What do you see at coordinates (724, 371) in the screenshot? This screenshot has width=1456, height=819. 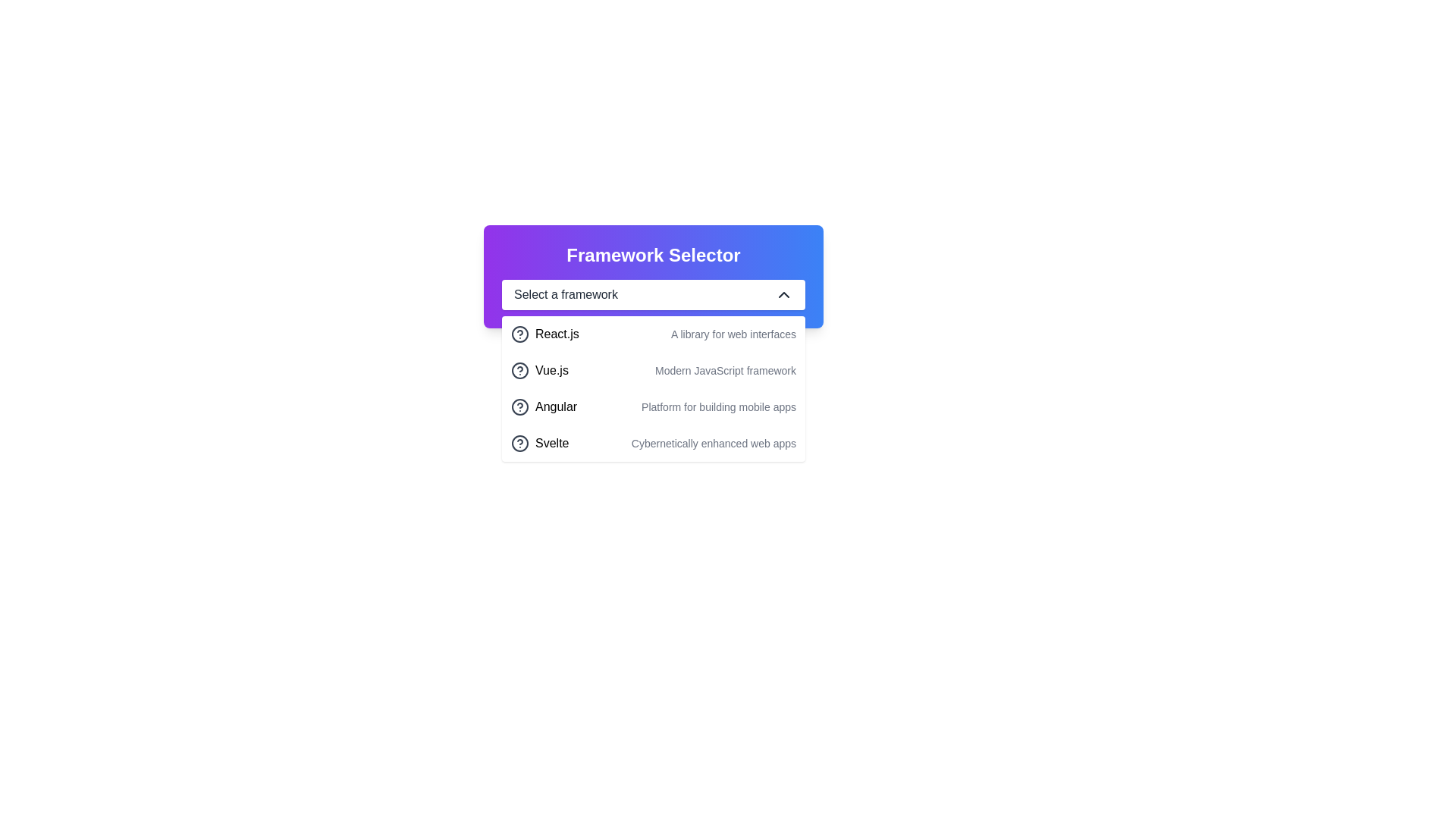 I see `the static text label displaying 'Modern JavaScript framework' located below 'Vue.js' in the framework selection menu` at bounding box center [724, 371].